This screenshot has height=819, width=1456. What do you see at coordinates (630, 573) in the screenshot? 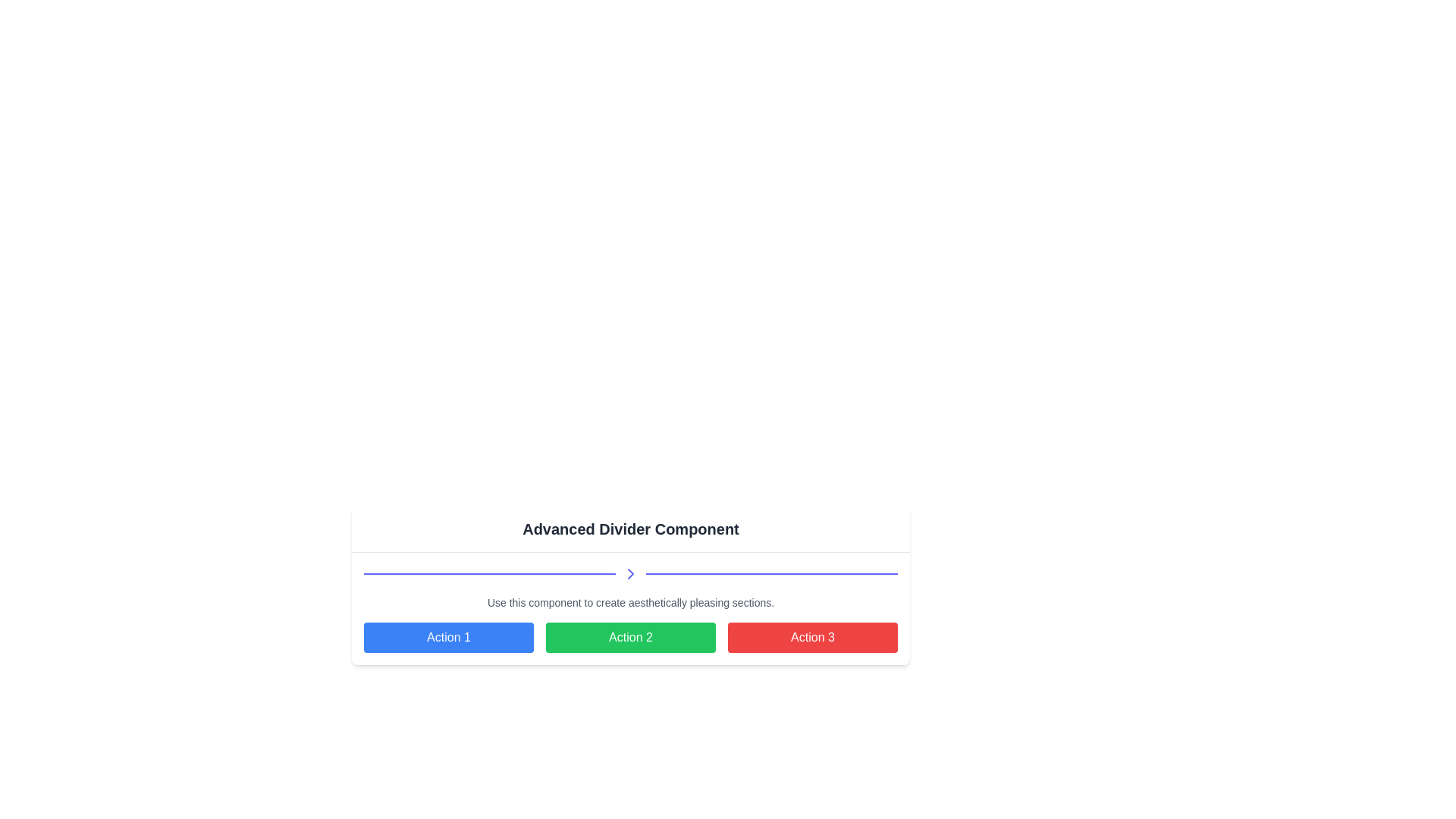
I see `the horizontal divider element with a chevron icon, which is indigo in color and centrally positioned below the heading 'Advanced Divider Component'` at bounding box center [630, 573].